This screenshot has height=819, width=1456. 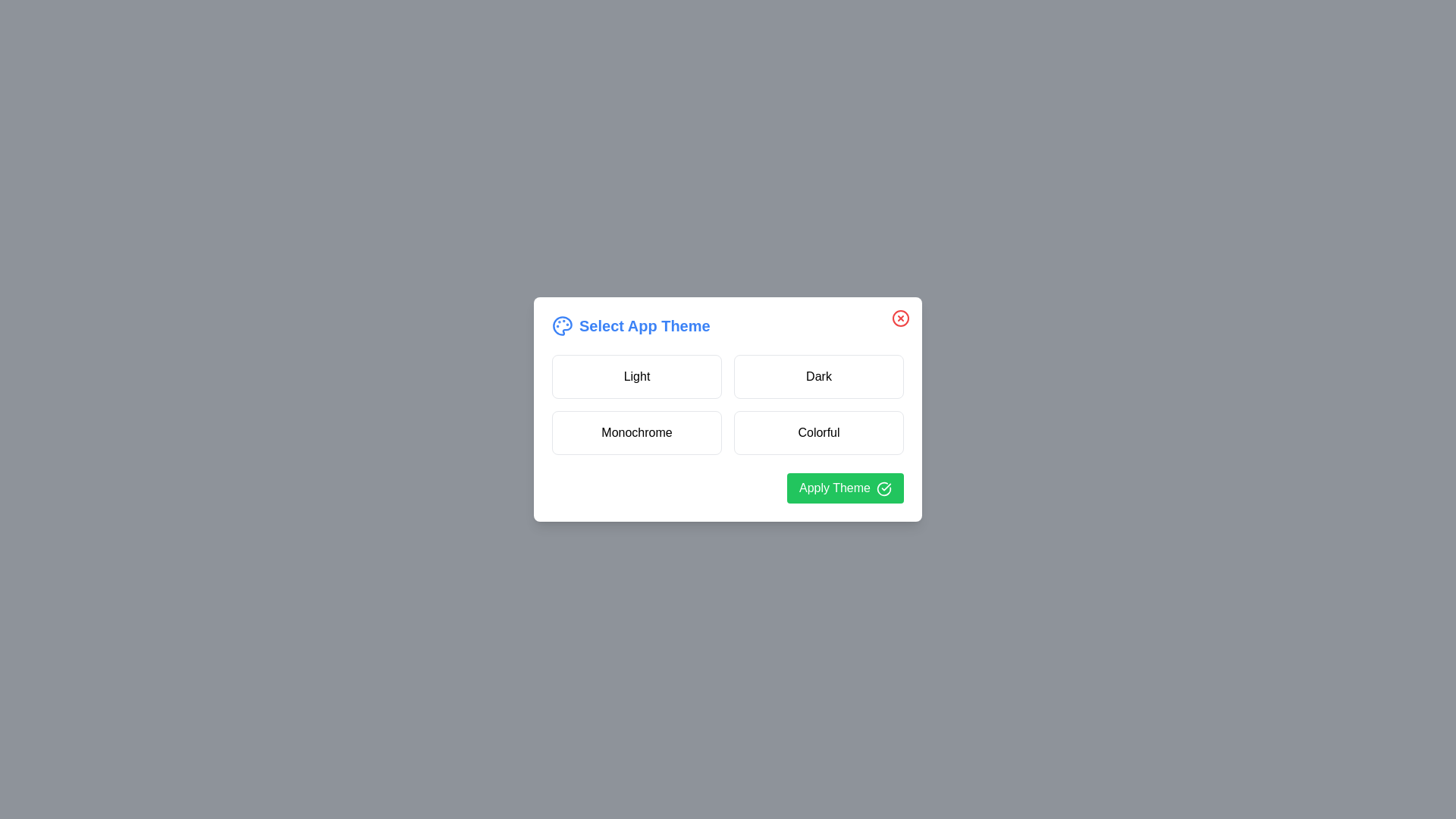 What do you see at coordinates (637, 376) in the screenshot?
I see `the theme Light by clicking on its corresponding button` at bounding box center [637, 376].